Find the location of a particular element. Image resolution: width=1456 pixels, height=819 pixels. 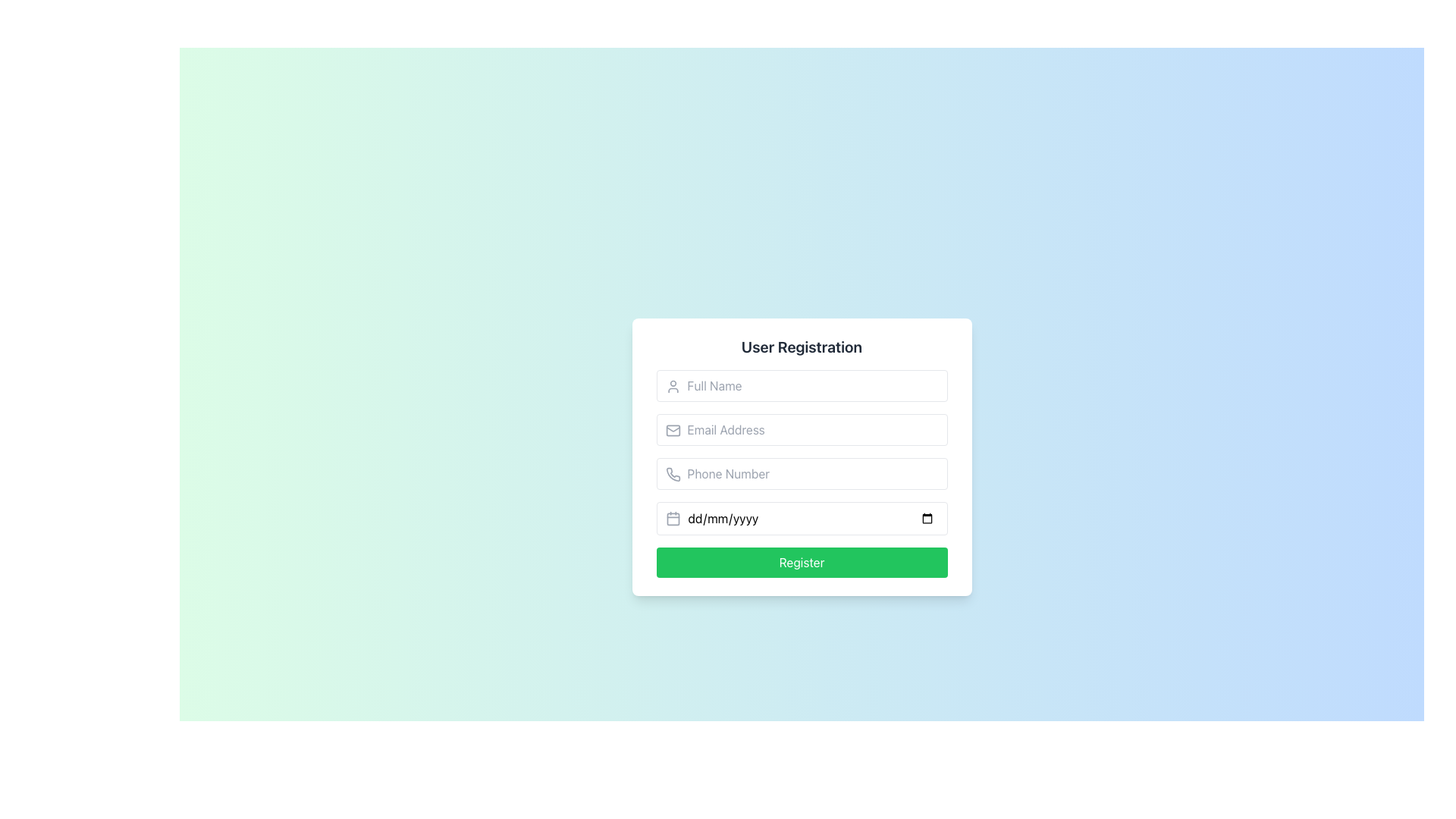

the phone icon, which is a simple line art style receiver positioned to the left of the 'Phone Number' text input in the third row of the user registration form is located at coordinates (672, 473).